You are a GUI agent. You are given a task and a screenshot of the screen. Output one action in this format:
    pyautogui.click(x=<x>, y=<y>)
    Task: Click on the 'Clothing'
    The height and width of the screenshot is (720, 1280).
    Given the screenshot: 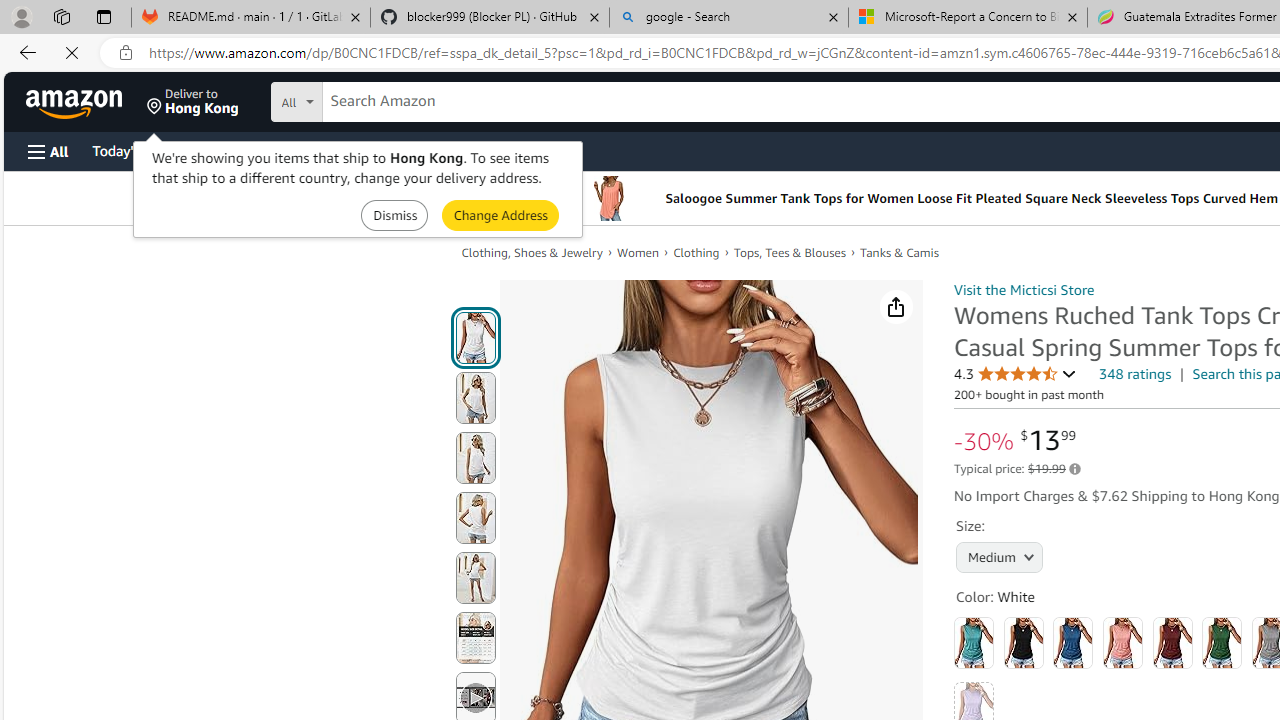 What is the action you would take?
    pyautogui.click(x=704, y=252)
    